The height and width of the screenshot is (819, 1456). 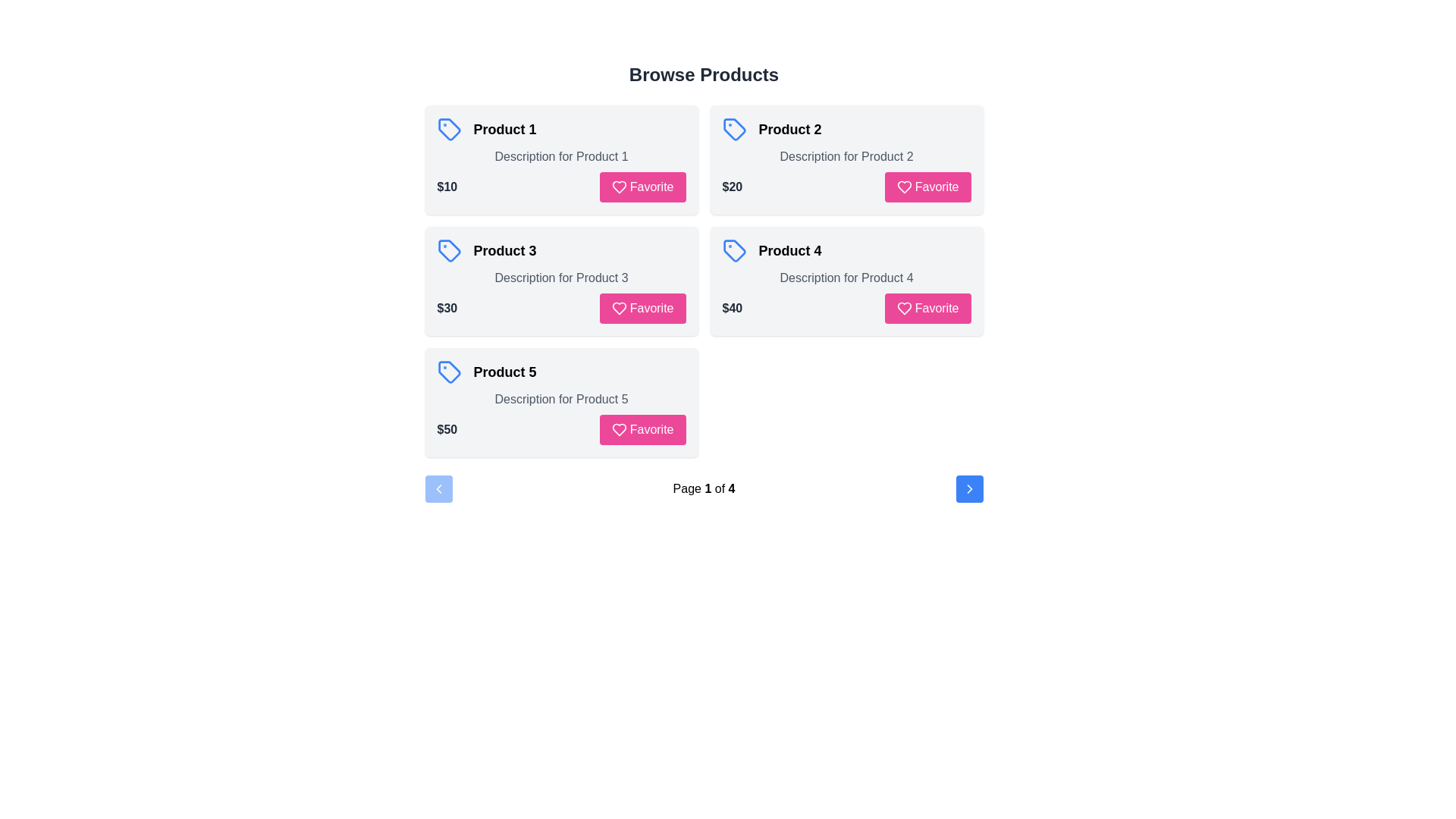 What do you see at coordinates (734, 250) in the screenshot?
I see `the icon located in the upper-left corner of the card labeled 'Product 4', which helps categorize or label the associated product` at bounding box center [734, 250].